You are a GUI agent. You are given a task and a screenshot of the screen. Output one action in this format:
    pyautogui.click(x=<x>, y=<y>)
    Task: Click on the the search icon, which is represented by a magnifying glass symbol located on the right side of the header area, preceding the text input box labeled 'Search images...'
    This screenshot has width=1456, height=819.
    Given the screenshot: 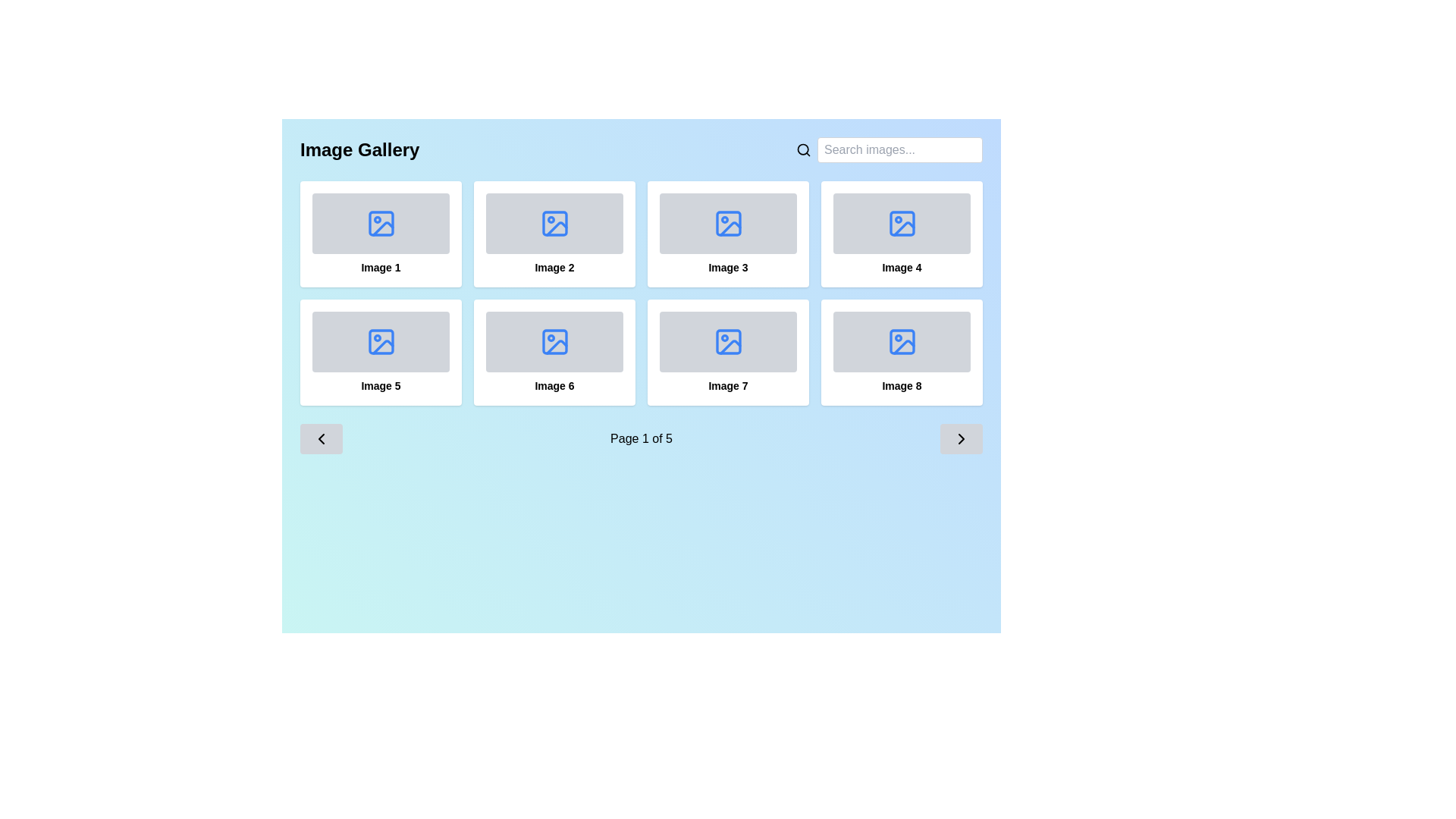 What is the action you would take?
    pyautogui.click(x=803, y=149)
    